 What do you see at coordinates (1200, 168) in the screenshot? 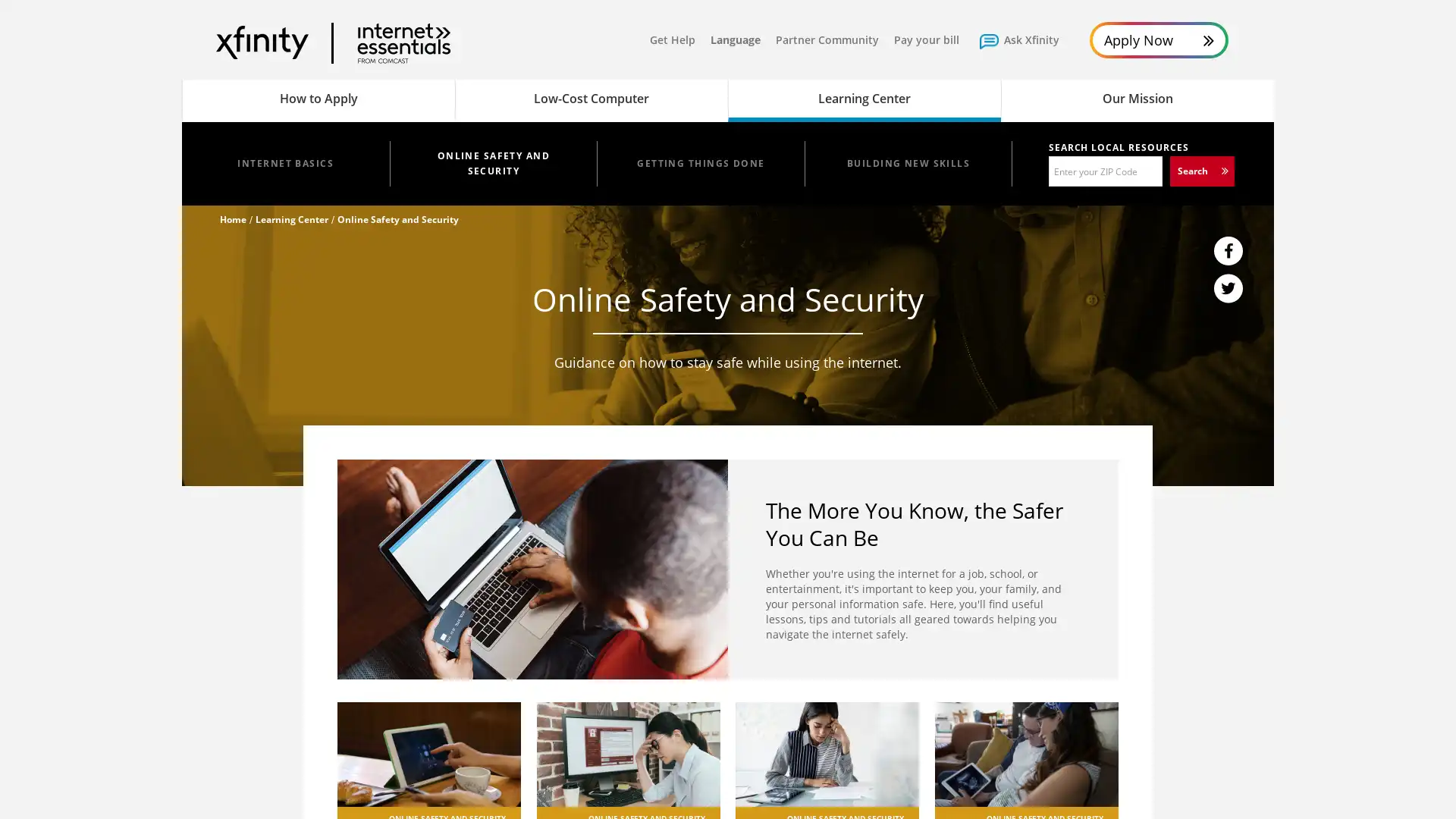
I see `Search` at bounding box center [1200, 168].